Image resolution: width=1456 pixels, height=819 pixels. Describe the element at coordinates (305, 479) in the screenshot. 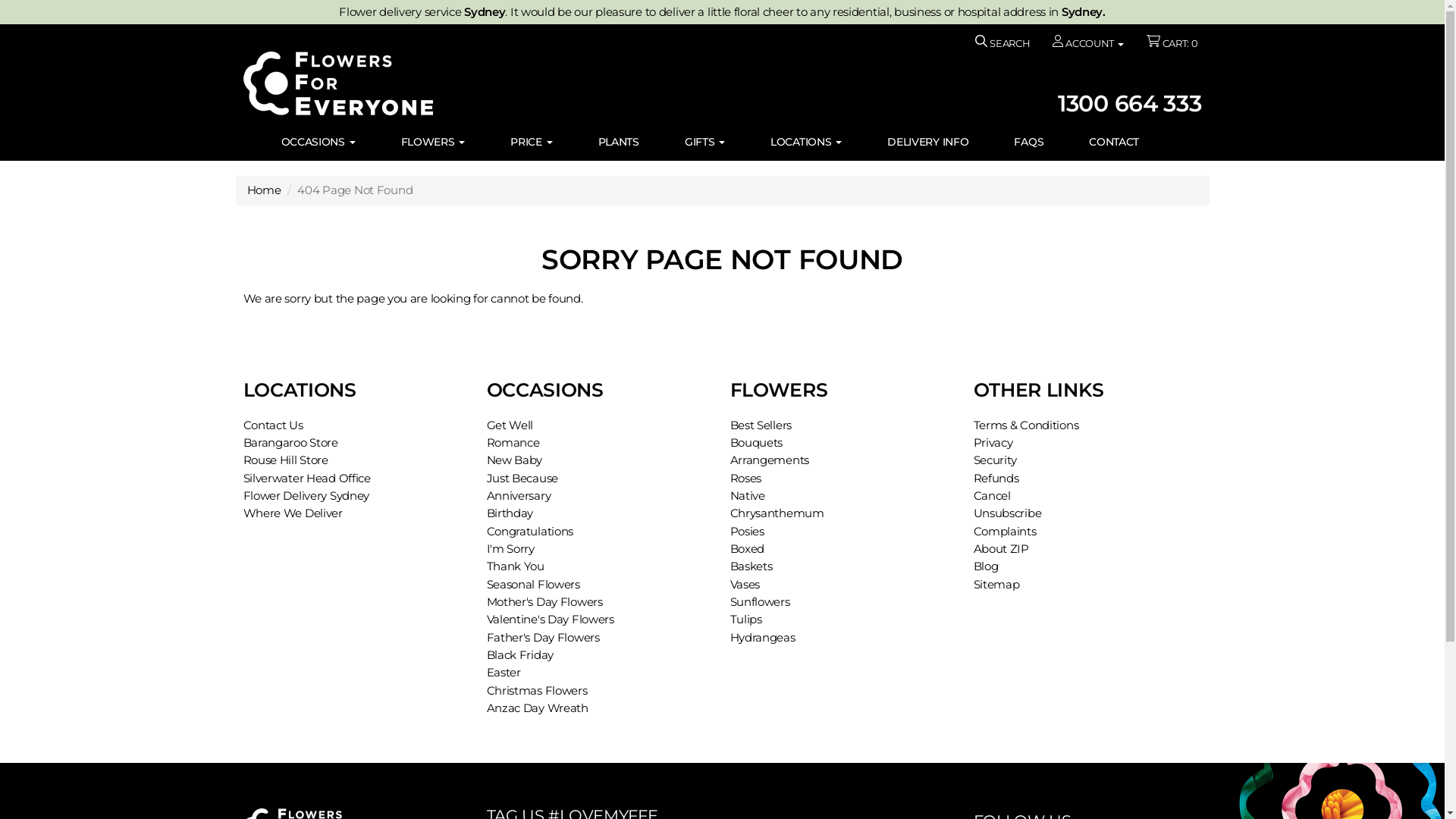

I see `'Silverwater Head Office'` at that location.